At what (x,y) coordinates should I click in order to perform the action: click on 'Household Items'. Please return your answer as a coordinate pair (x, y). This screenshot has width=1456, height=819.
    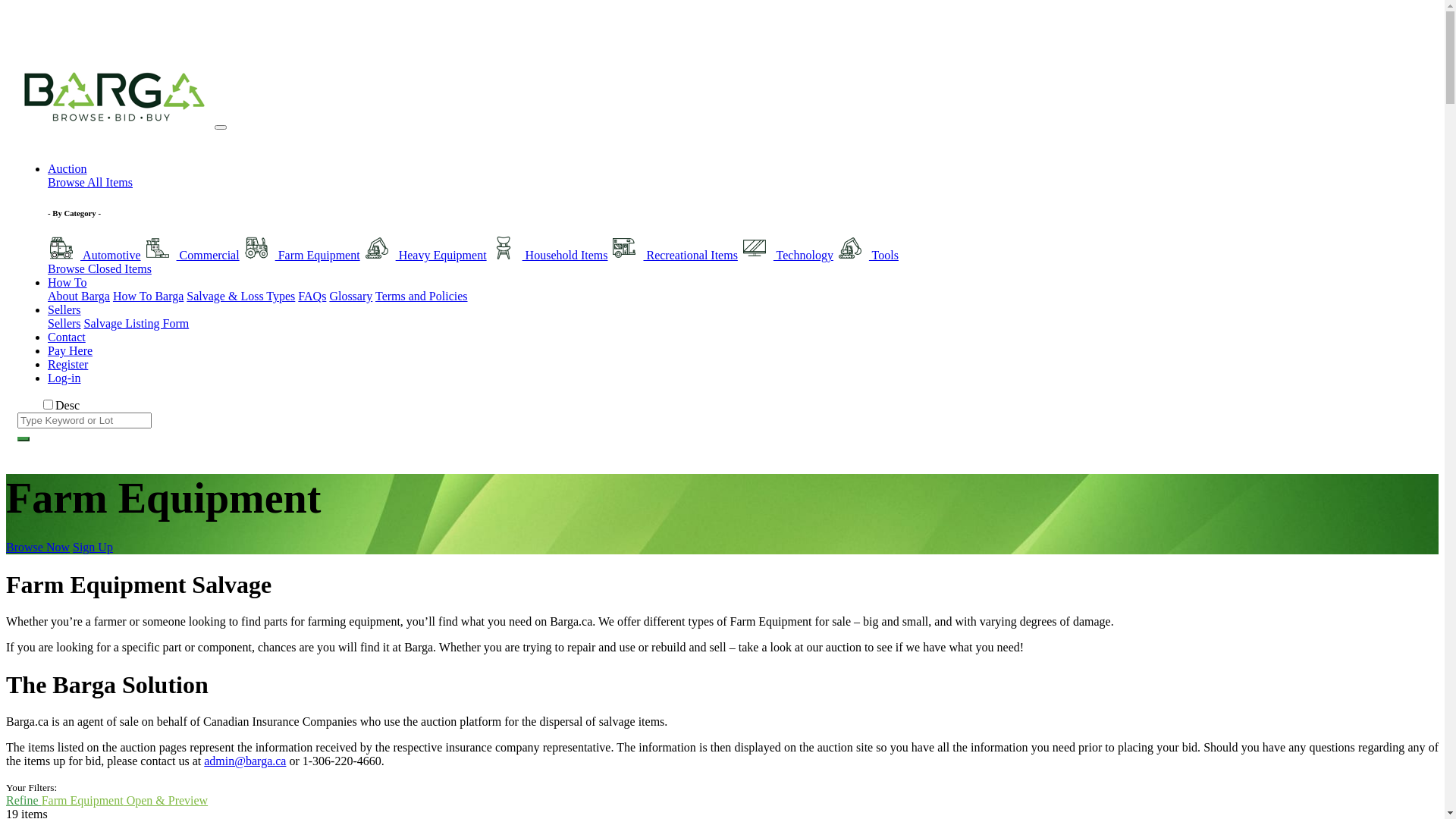
    Looking at the image, I should click on (548, 254).